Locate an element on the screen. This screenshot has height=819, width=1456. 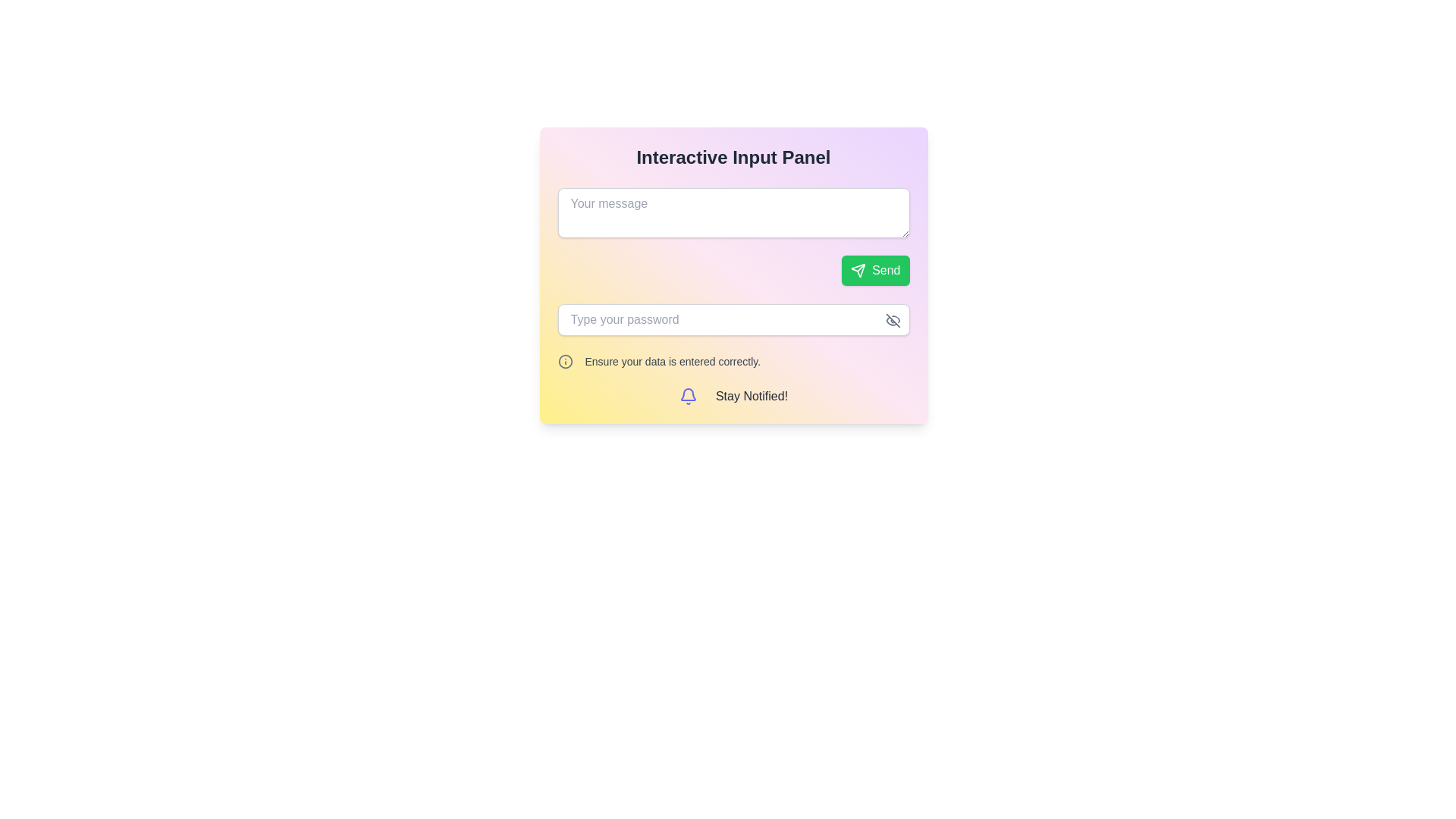
the indigo bell-shaped notification icon located above the text 'Stay Notified!' is located at coordinates (687, 396).